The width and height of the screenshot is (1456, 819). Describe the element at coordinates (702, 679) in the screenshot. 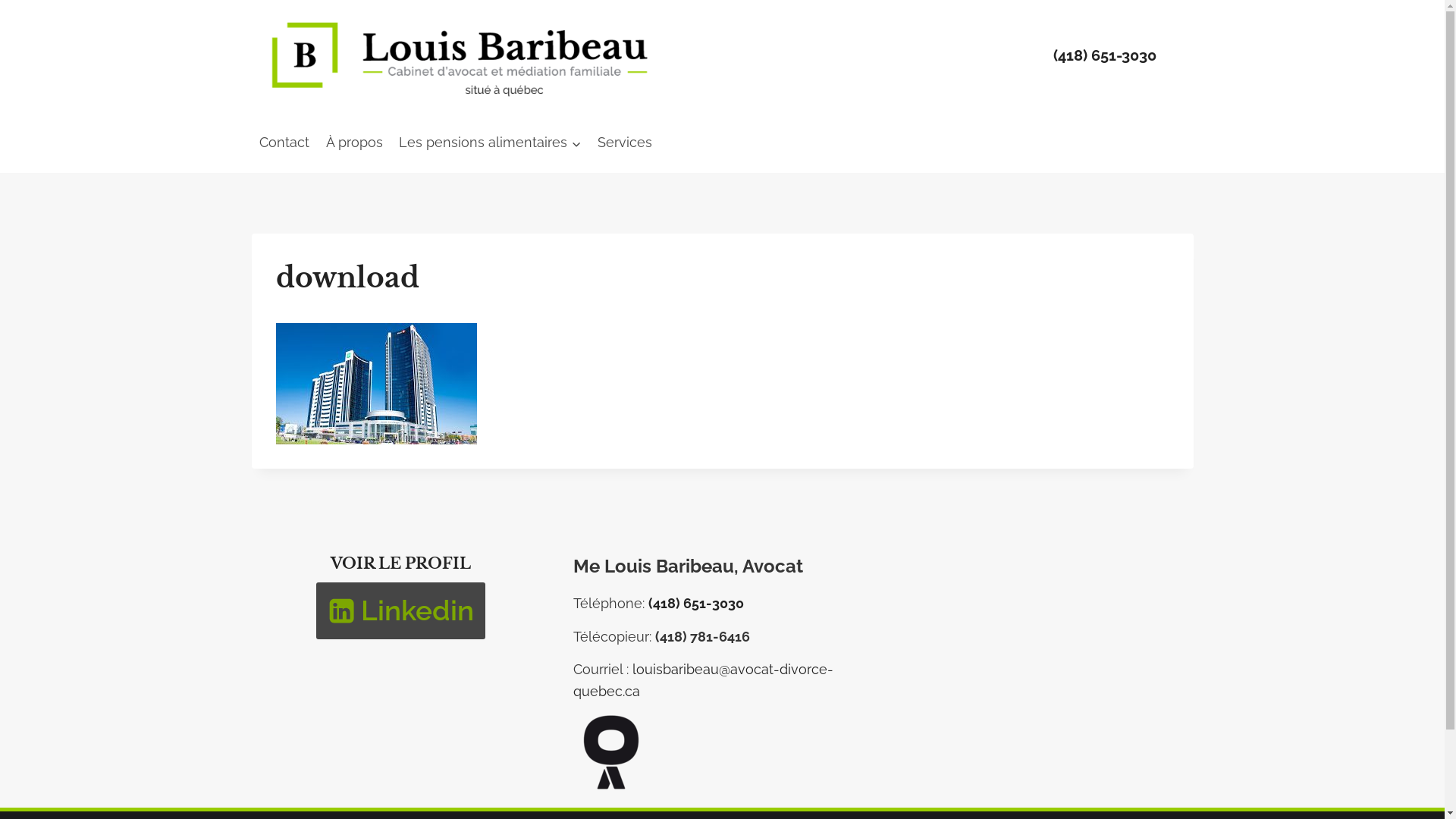

I see `'louisbaribeau@avocat-divorce-quebec.ca'` at that location.